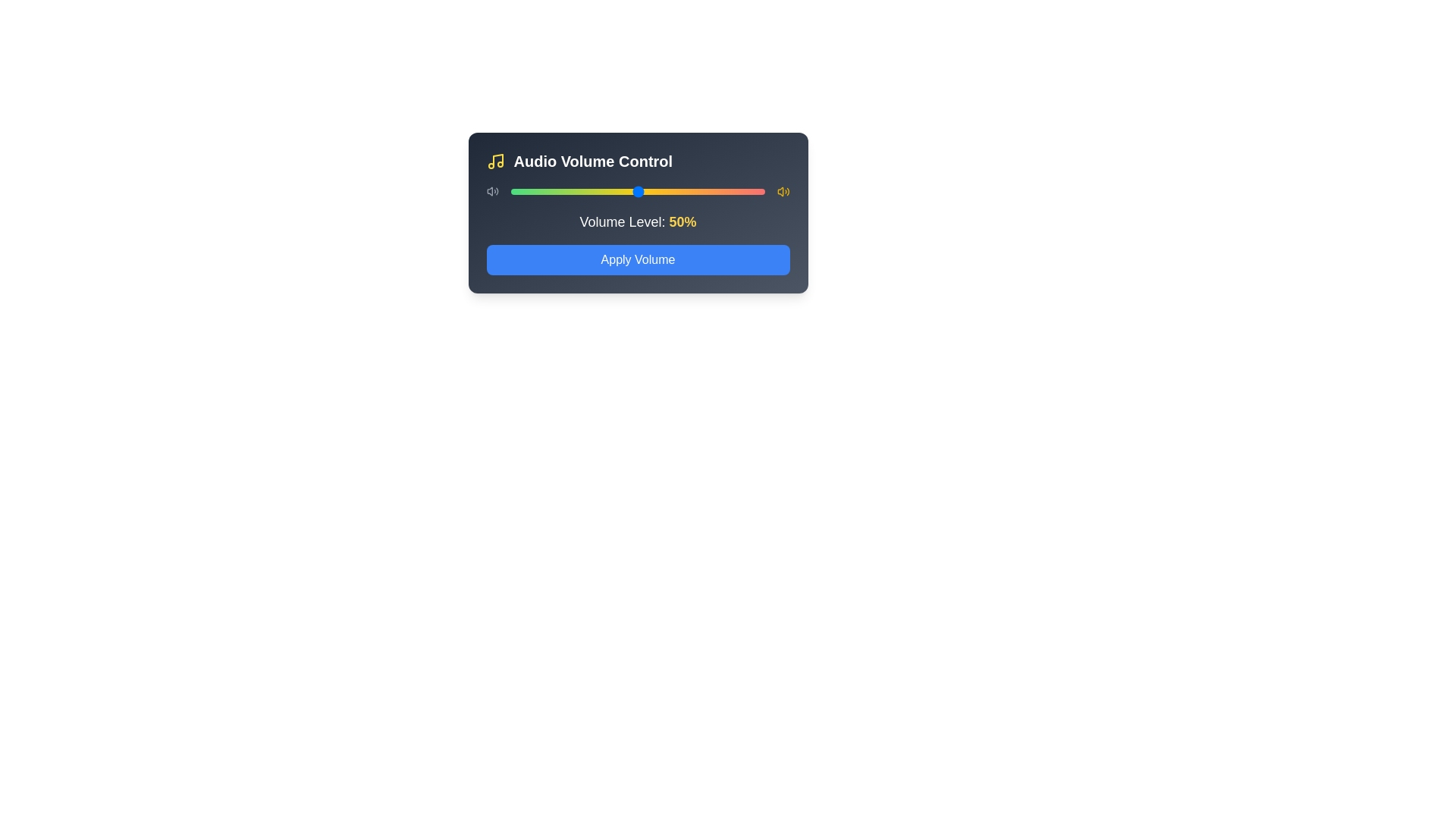 The width and height of the screenshot is (1456, 819). What do you see at coordinates (638, 191) in the screenshot?
I see `the volume slider to set the volume to 50%` at bounding box center [638, 191].